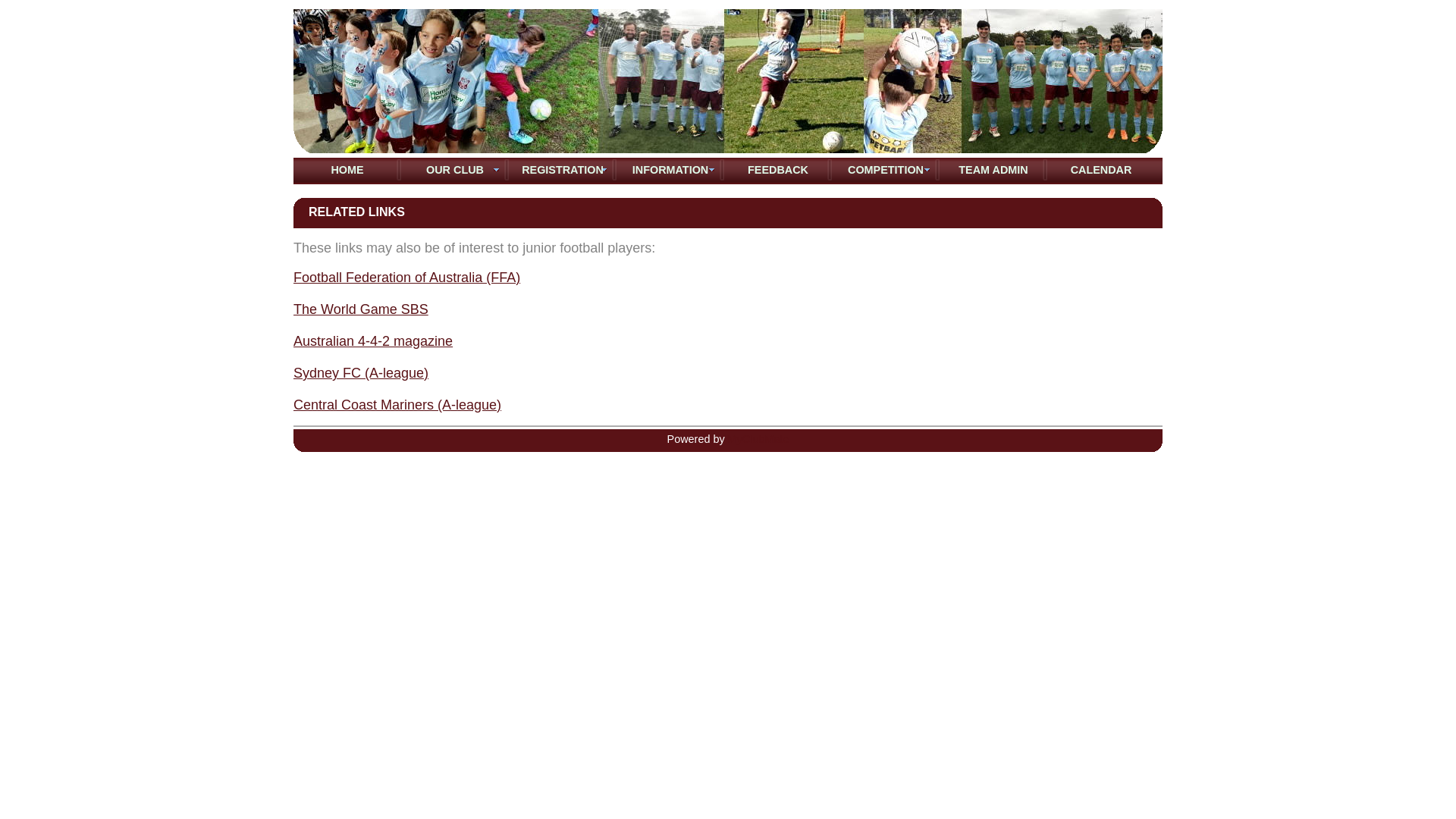  What do you see at coordinates (372, 341) in the screenshot?
I see `'Australian 4-4-2 magazine'` at bounding box center [372, 341].